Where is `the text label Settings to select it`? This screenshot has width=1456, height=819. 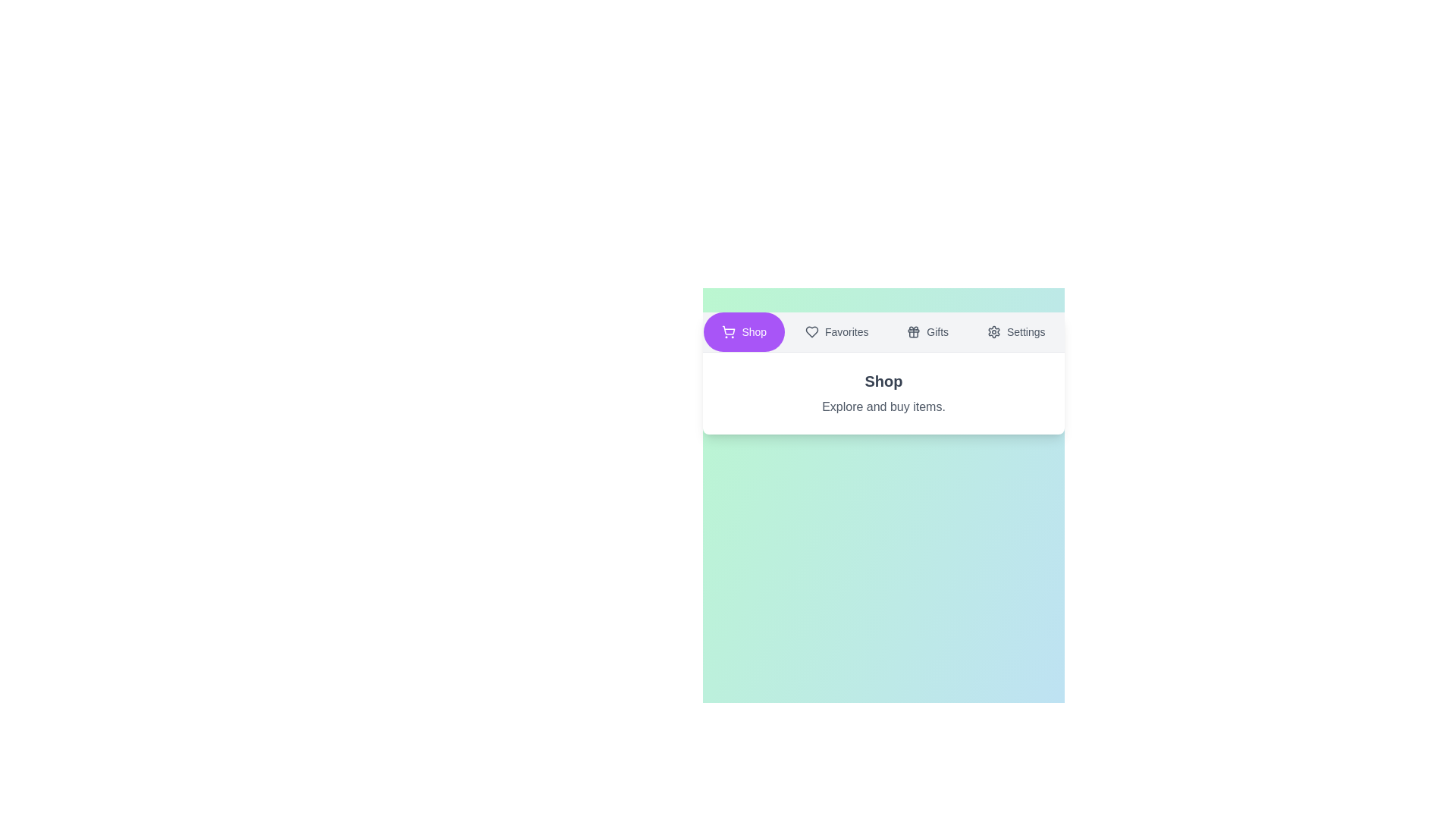
the text label Settings to select it is located at coordinates (1016, 331).